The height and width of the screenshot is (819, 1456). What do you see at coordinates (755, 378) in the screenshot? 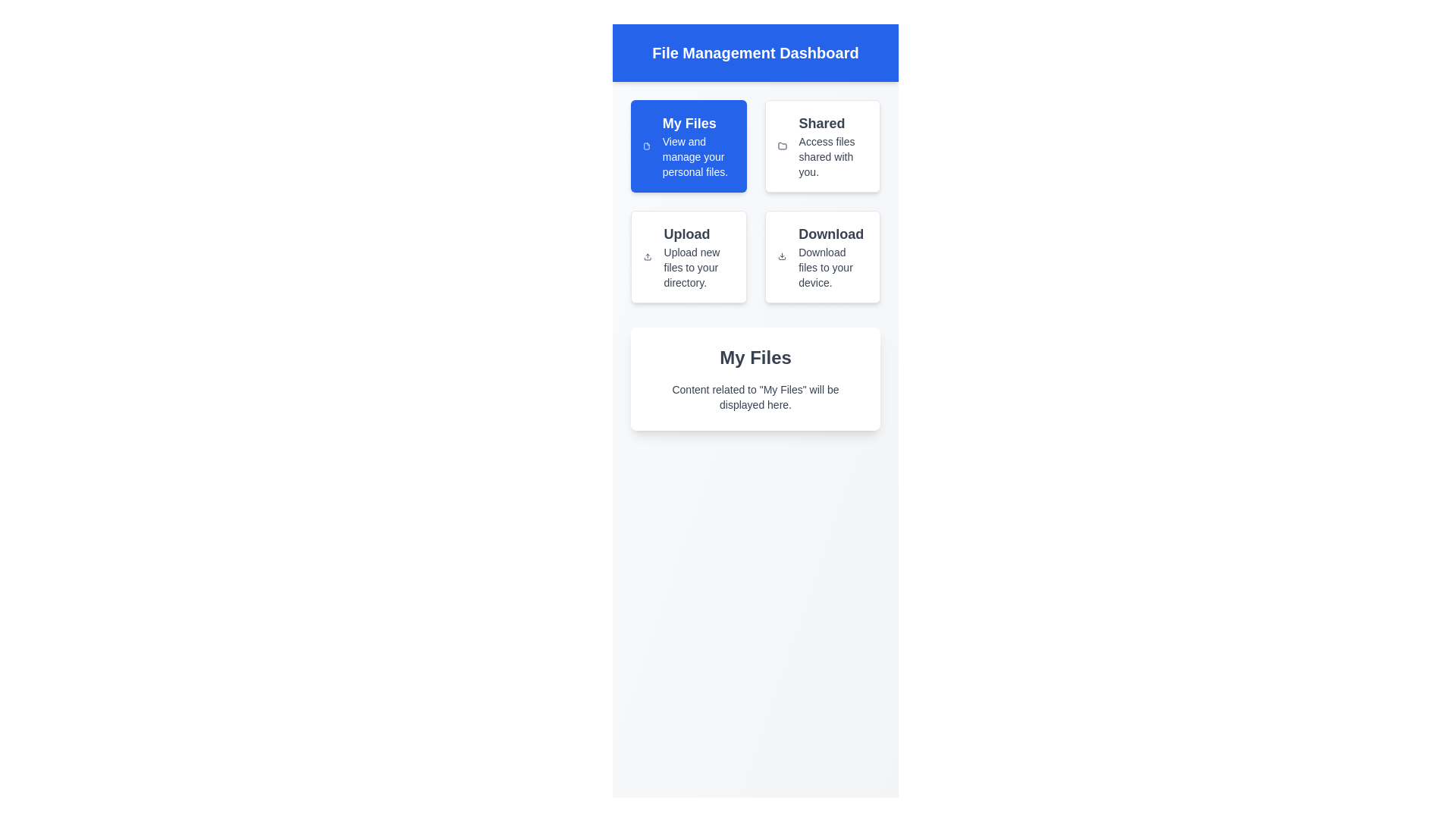
I see `text from the card titled 'My Files', which has a white background and contains a bold title and a smaller subtitle located at the bottom section of the interface` at bounding box center [755, 378].